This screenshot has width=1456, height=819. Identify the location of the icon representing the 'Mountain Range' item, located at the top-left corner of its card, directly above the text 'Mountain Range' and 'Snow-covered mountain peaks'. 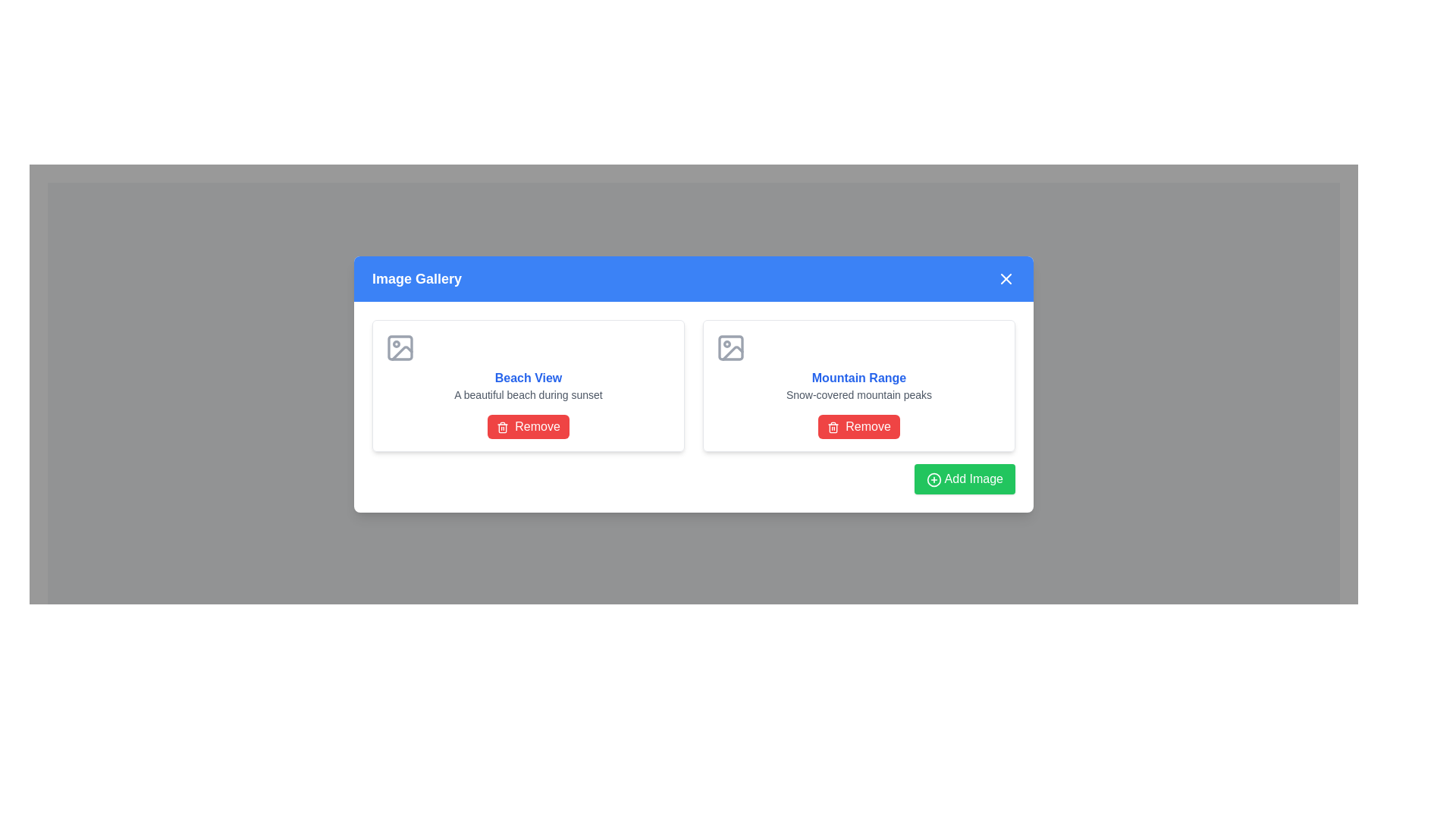
(731, 348).